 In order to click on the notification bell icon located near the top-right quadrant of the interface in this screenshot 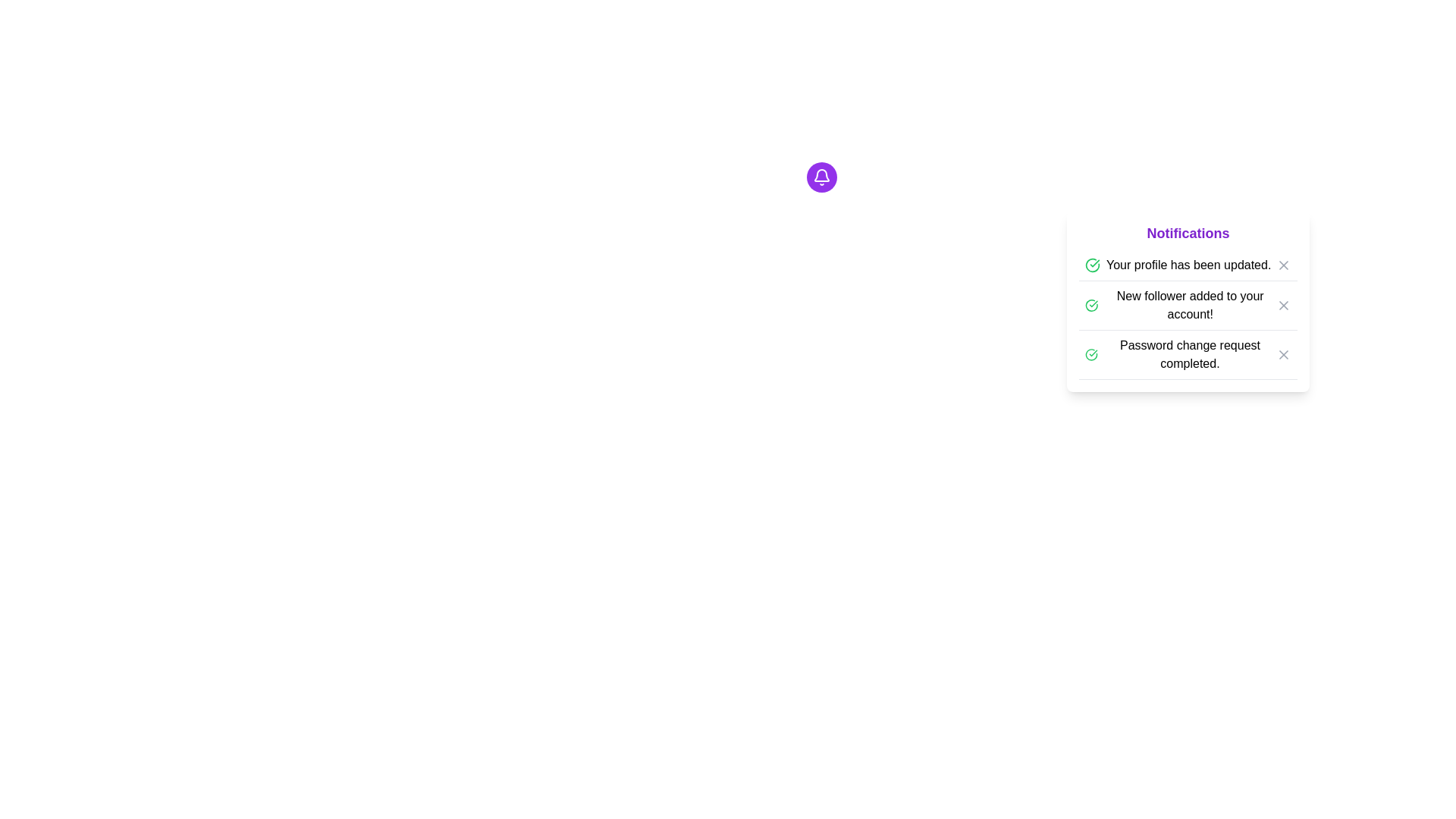, I will do `click(821, 177)`.